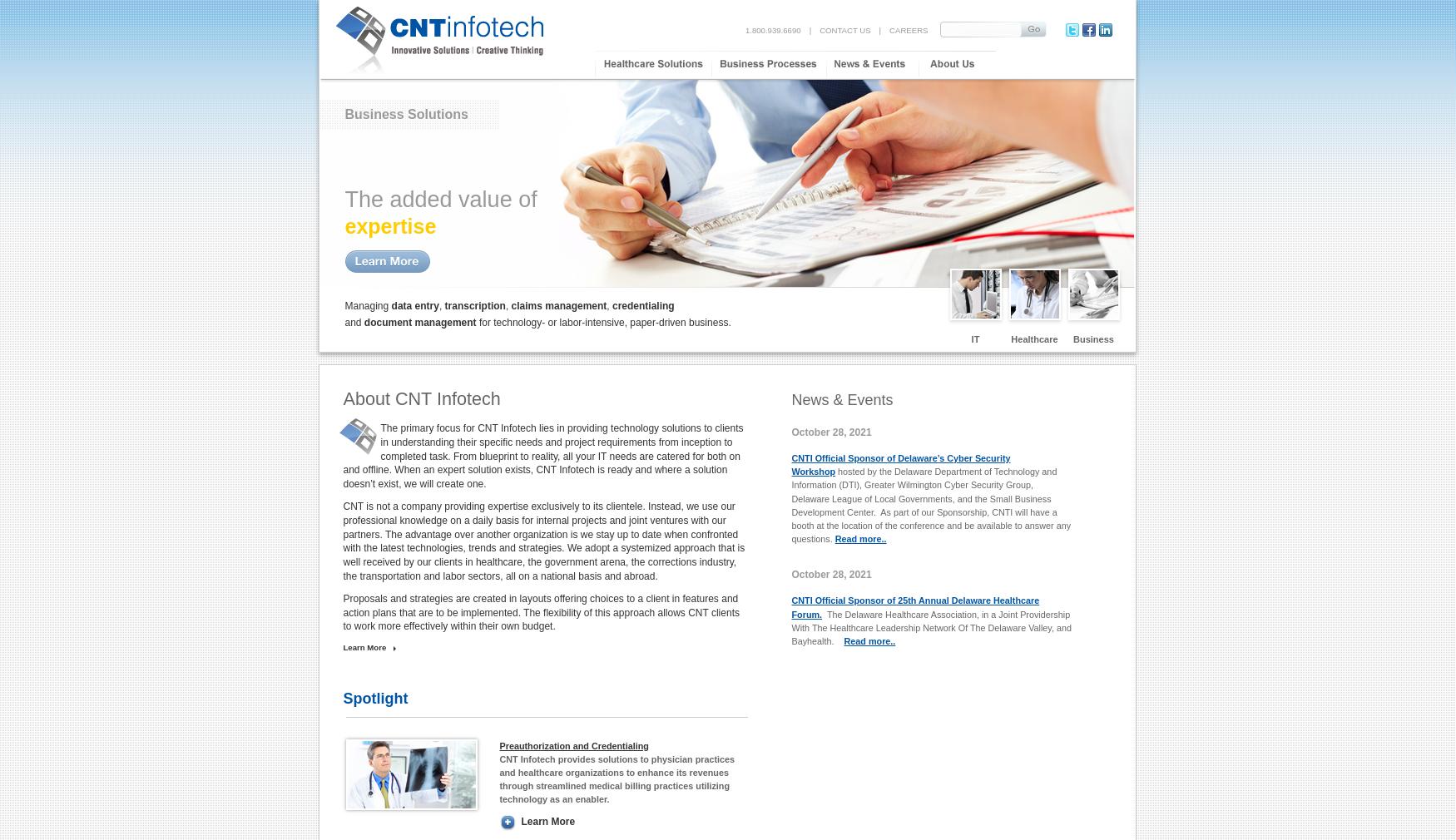  I want to click on 'Business Solutions', so click(344, 113).